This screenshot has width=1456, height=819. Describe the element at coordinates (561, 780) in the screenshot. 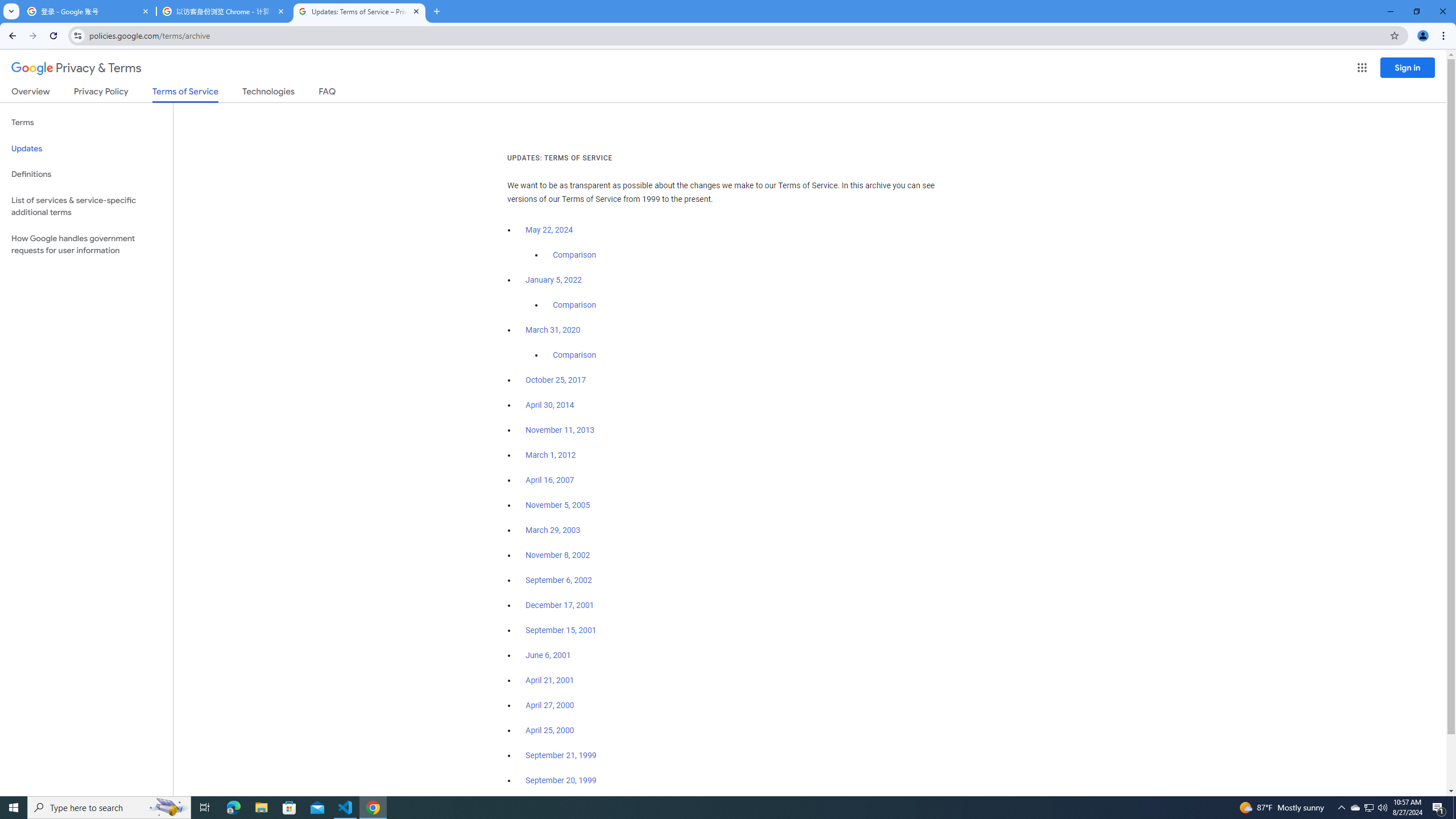

I see `'September 20, 1999'` at that location.